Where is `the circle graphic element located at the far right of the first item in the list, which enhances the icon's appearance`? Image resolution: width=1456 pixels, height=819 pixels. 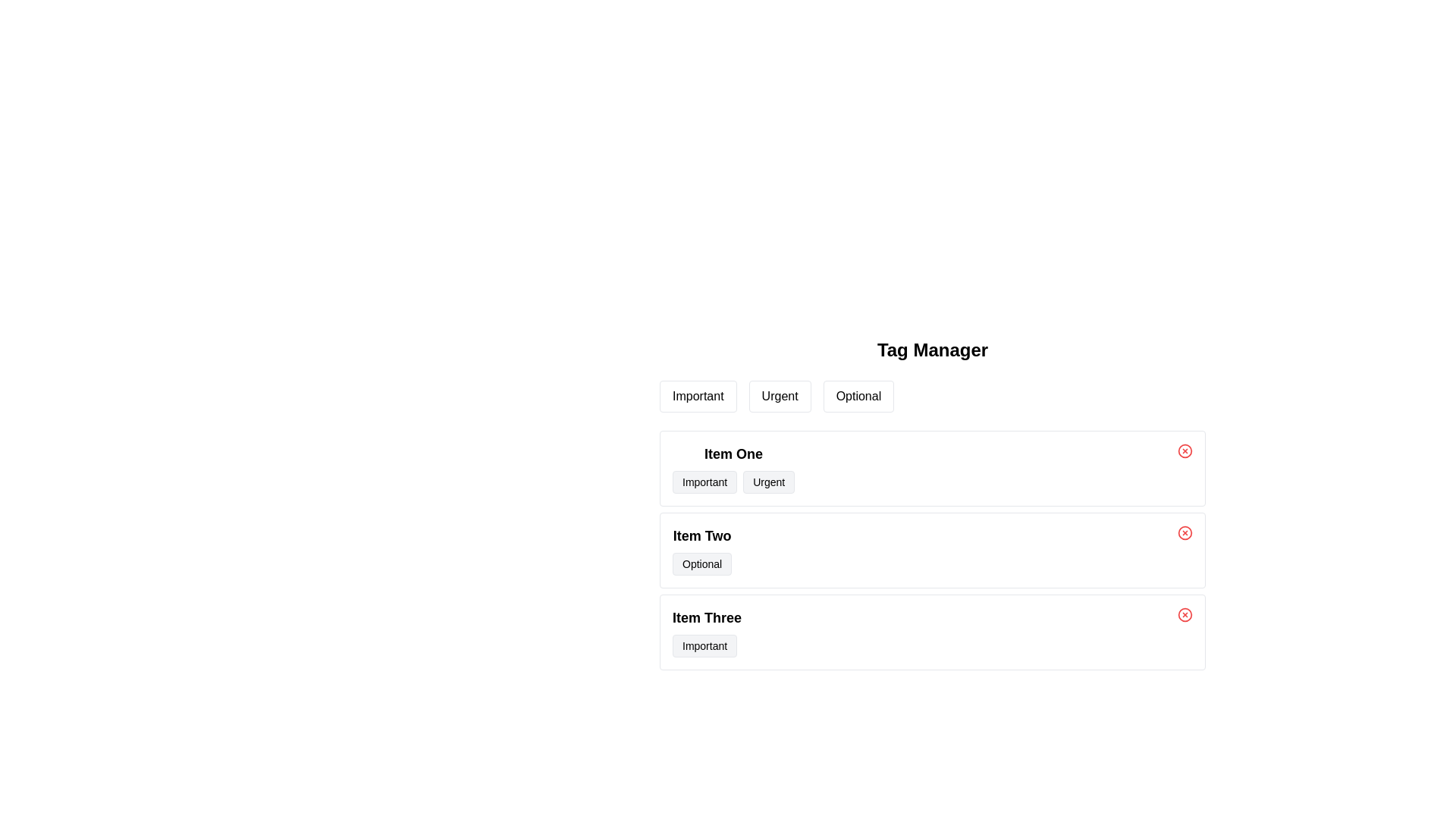 the circle graphic element located at the far right of the first item in the list, which enhances the icon's appearance is located at coordinates (1185, 450).